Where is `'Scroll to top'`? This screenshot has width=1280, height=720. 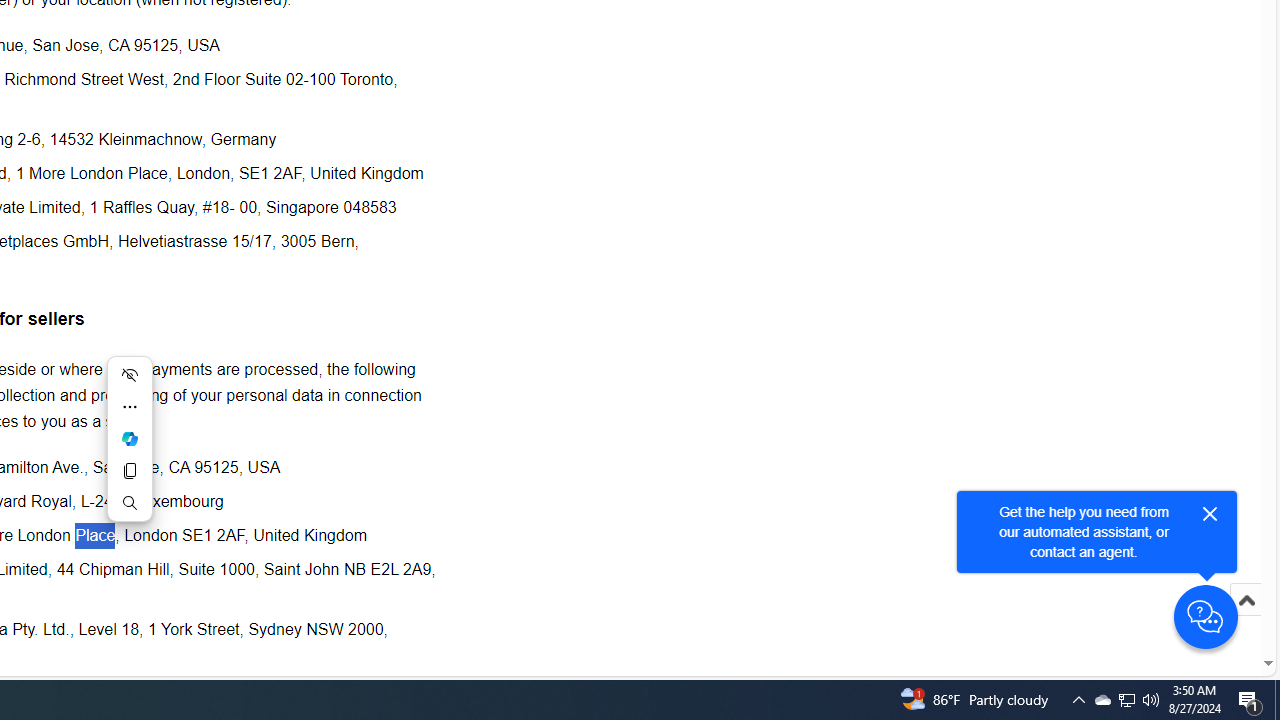 'Scroll to top' is located at coordinates (1245, 598).